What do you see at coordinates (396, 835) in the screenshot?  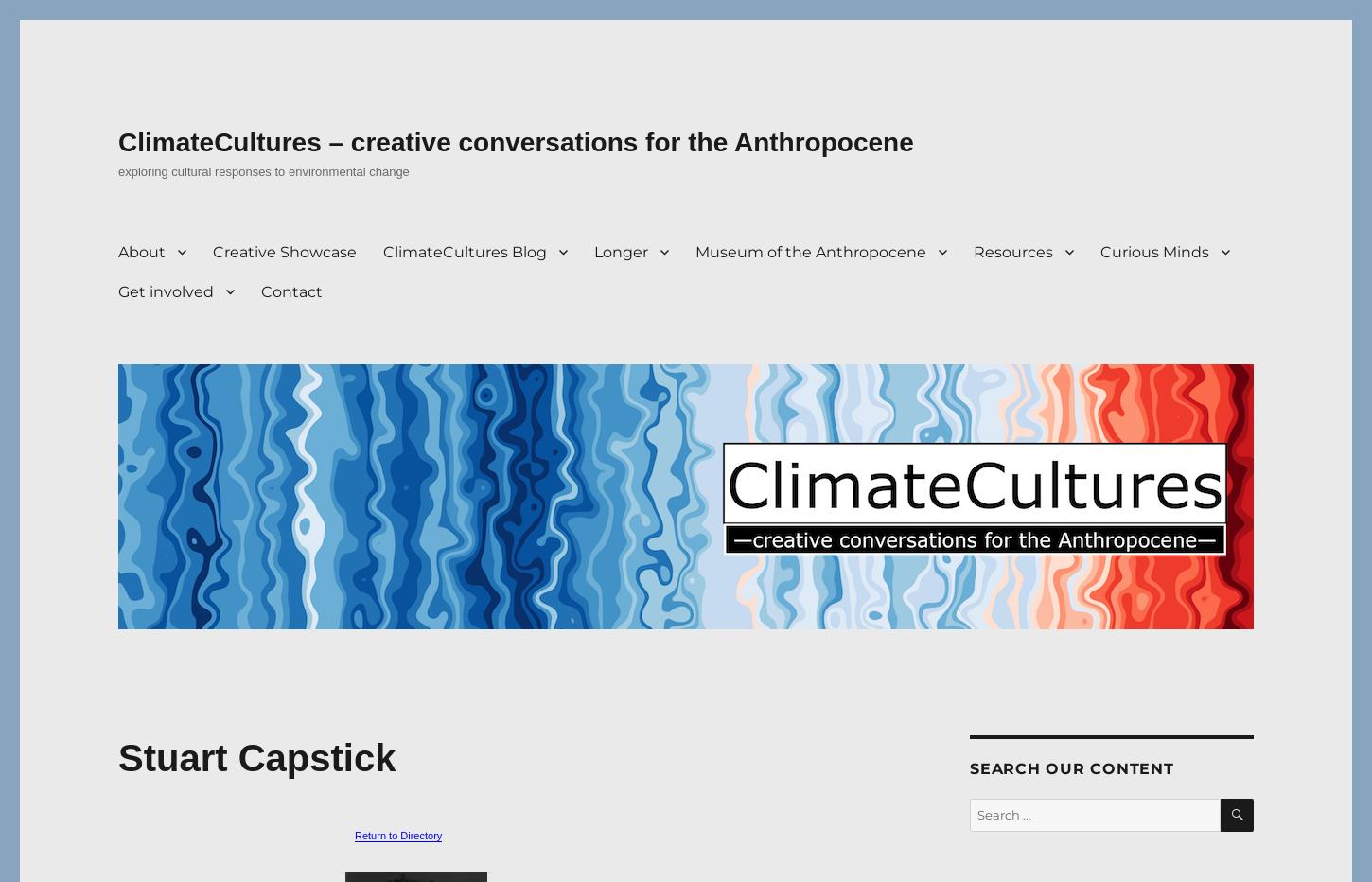 I see `'Return to Directory'` at bounding box center [396, 835].